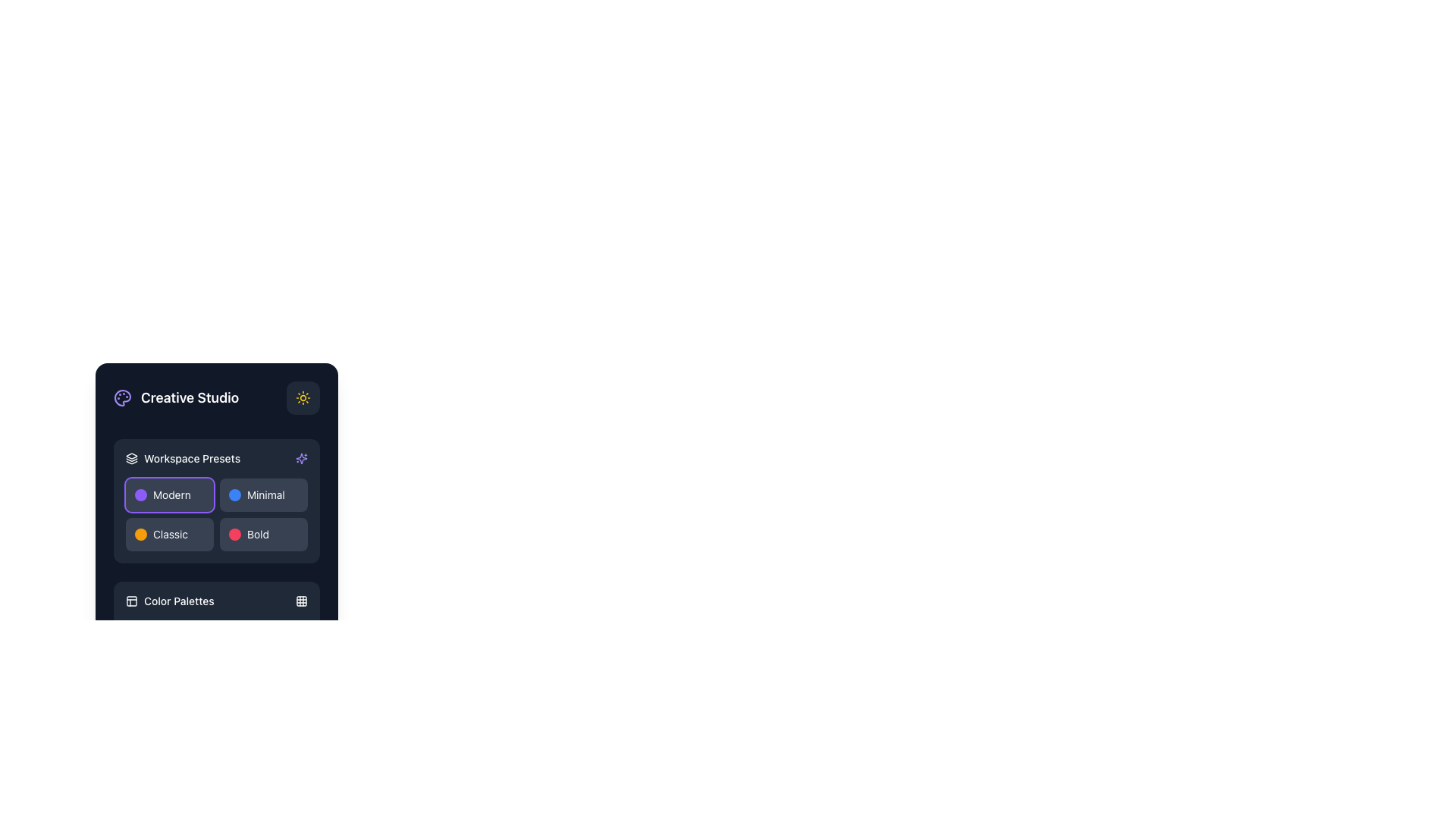 This screenshot has height=819, width=1456. Describe the element at coordinates (302, 601) in the screenshot. I see `the central grid cell which is part of a 3x3 visual grid layout` at that location.